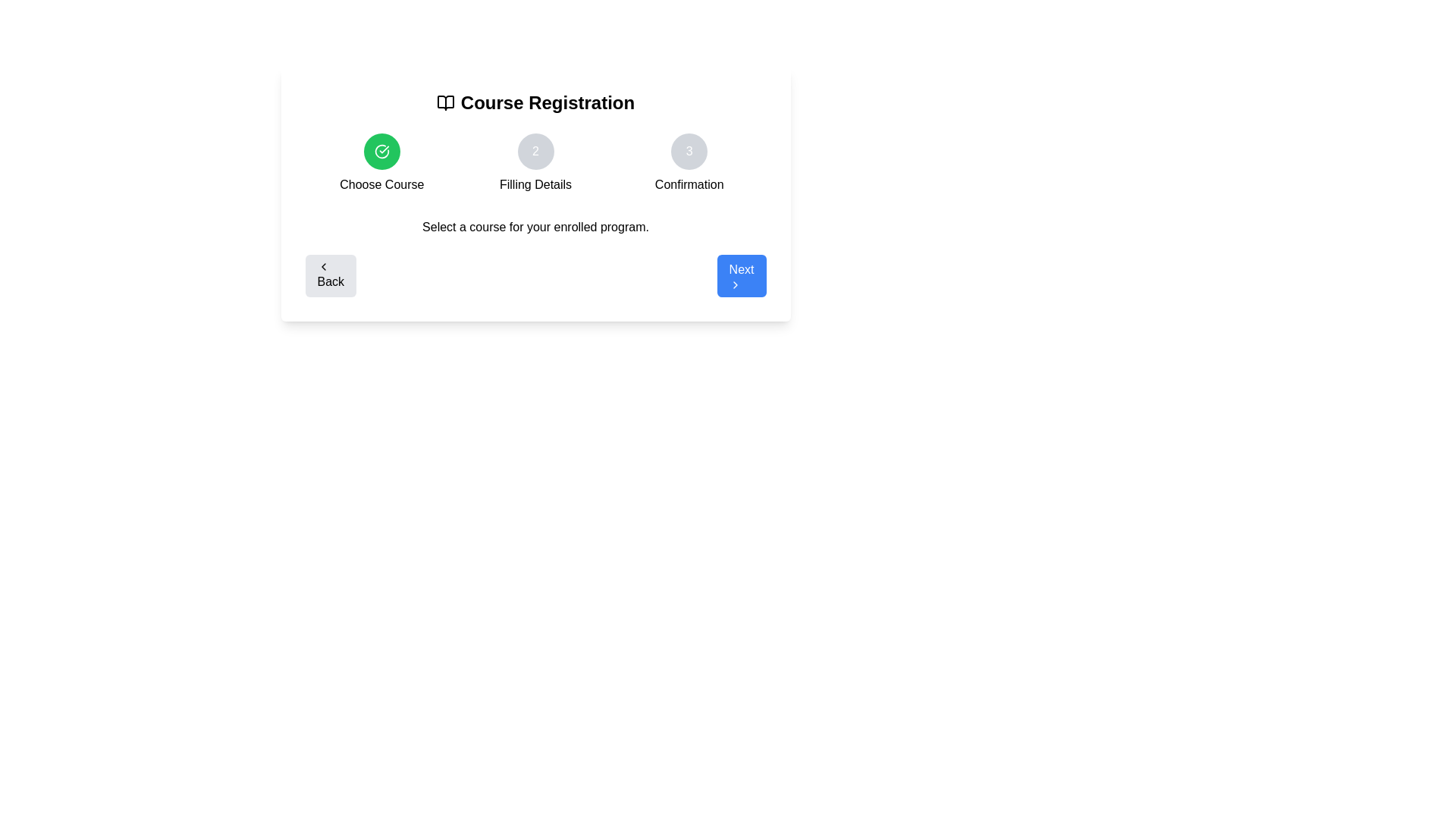 This screenshot has width=1456, height=819. What do you see at coordinates (322, 265) in the screenshot?
I see `the 'Back' button that contains the leftward navigation arrow icon, located at the bottom-left corner of the card interface` at bounding box center [322, 265].